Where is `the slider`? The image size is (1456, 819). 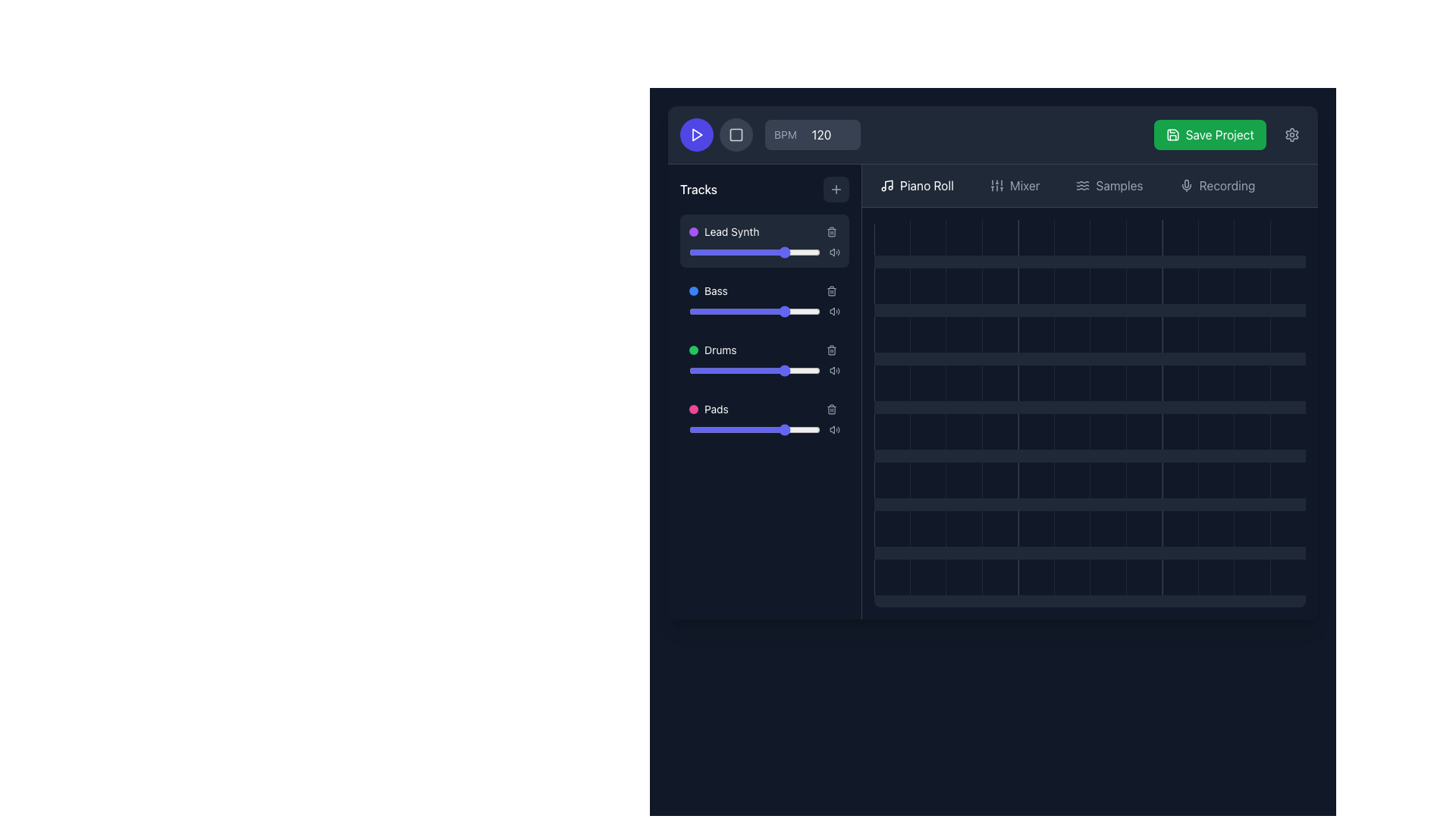
the slider is located at coordinates (718, 371).